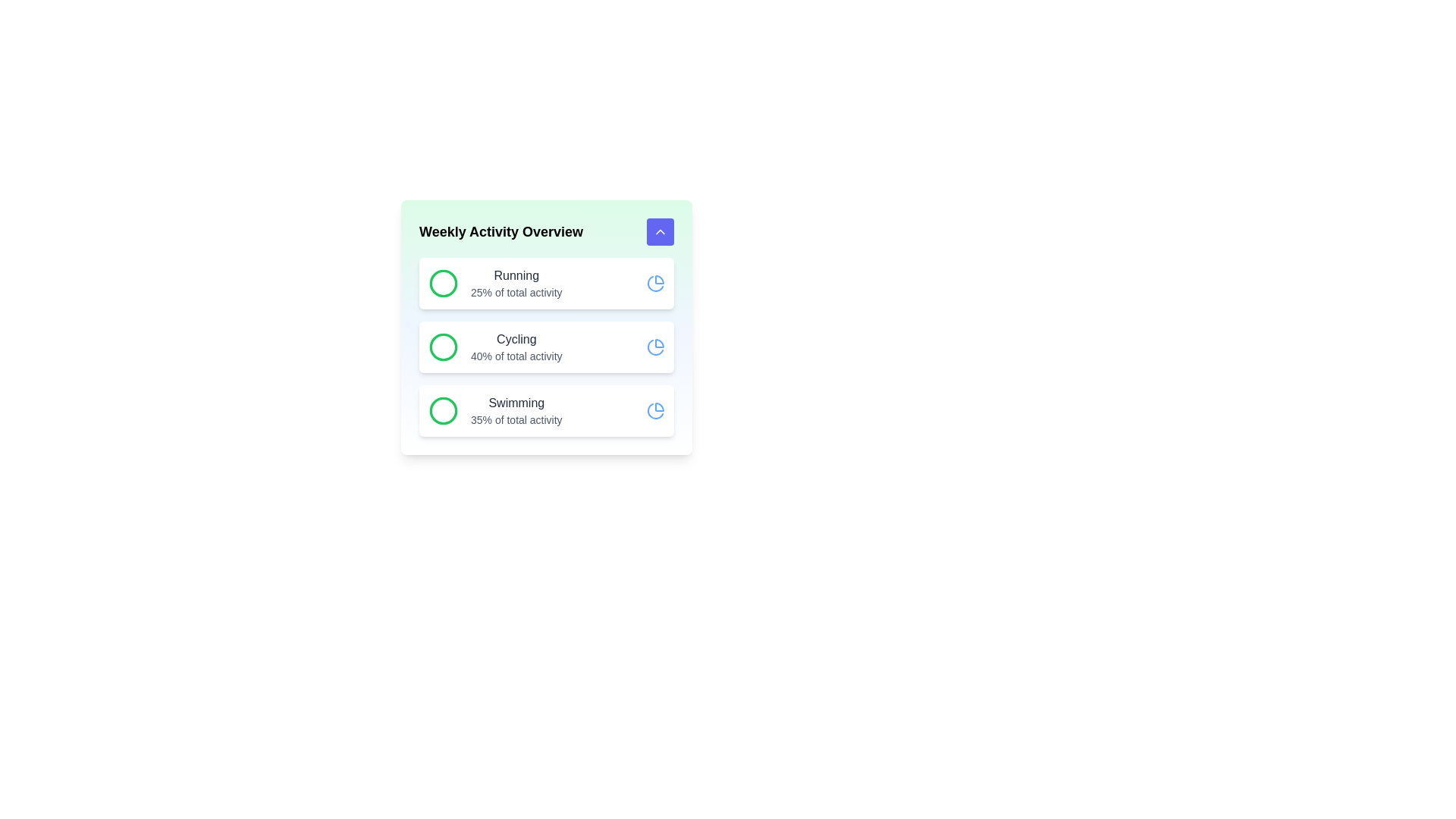  Describe the element at coordinates (659, 406) in the screenshot. I see `the pie chart icon, which is styled in blue and located at the top-right area of the 'Weekly Activity Overview' card` at that location.